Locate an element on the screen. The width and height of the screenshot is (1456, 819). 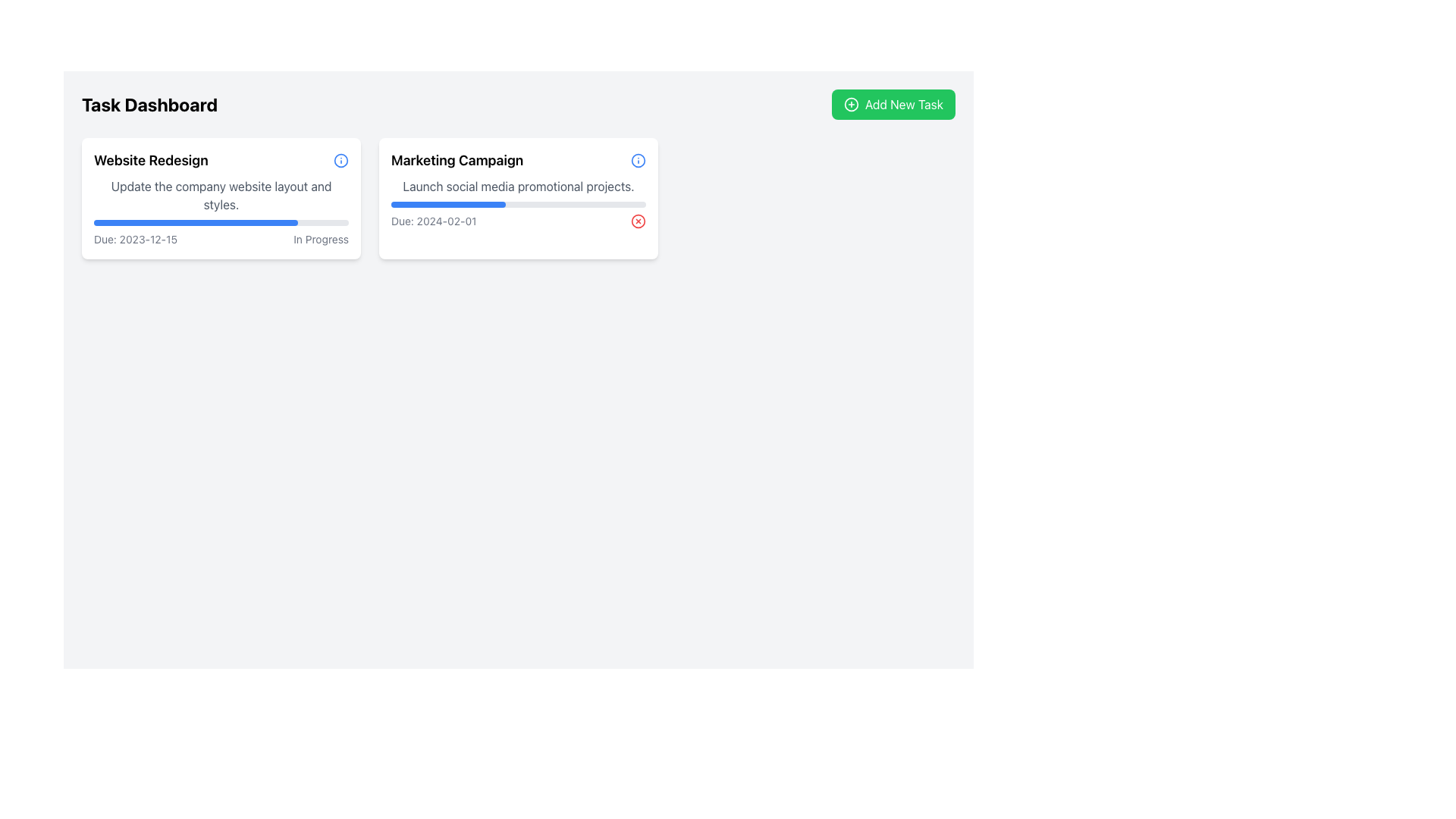
the rectangular green button labeled 'Add New Task' with a plus icon, located in the top-right corner of the 'Task Dashboard' interface is located at coordinates (893, 104).